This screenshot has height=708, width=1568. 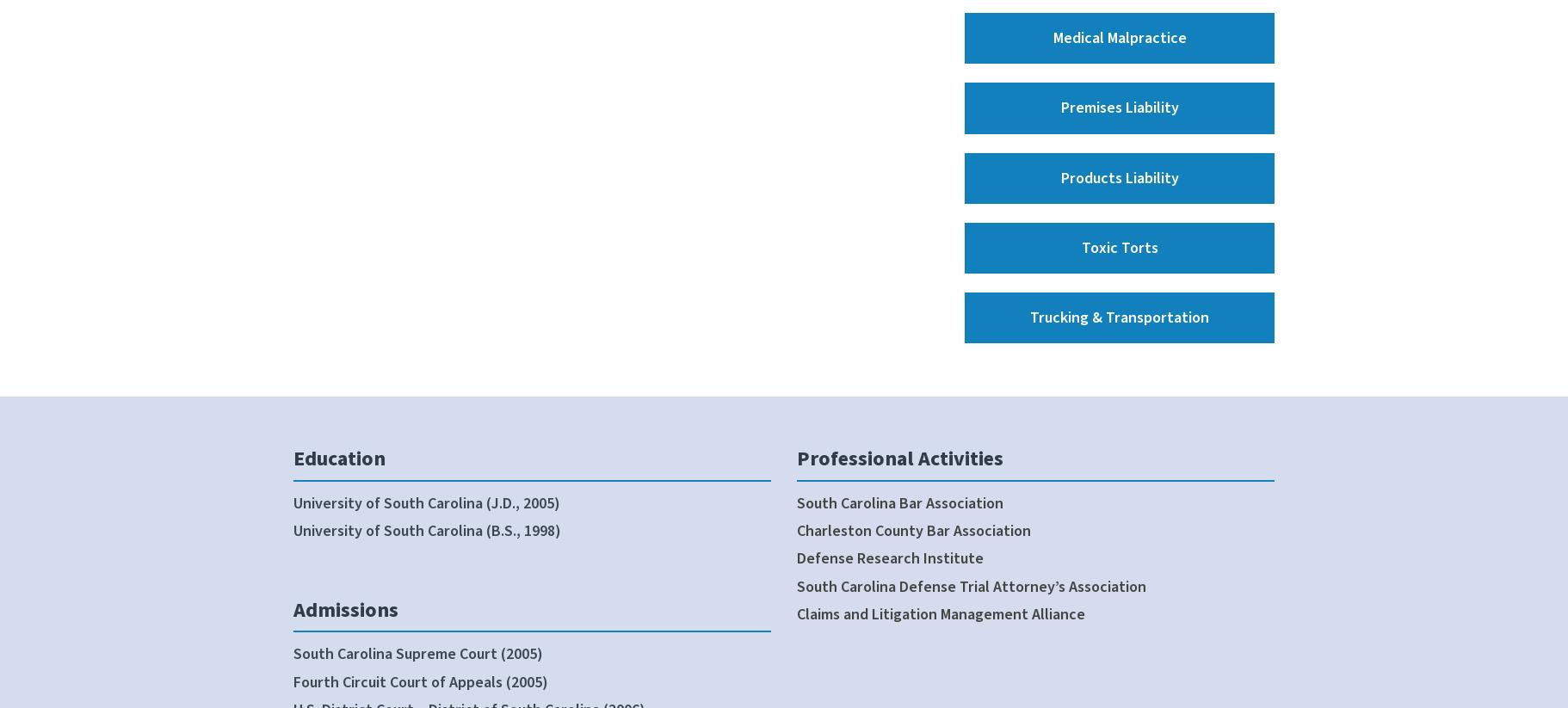 I want to click on 'Education', so click(x=338, y=458).